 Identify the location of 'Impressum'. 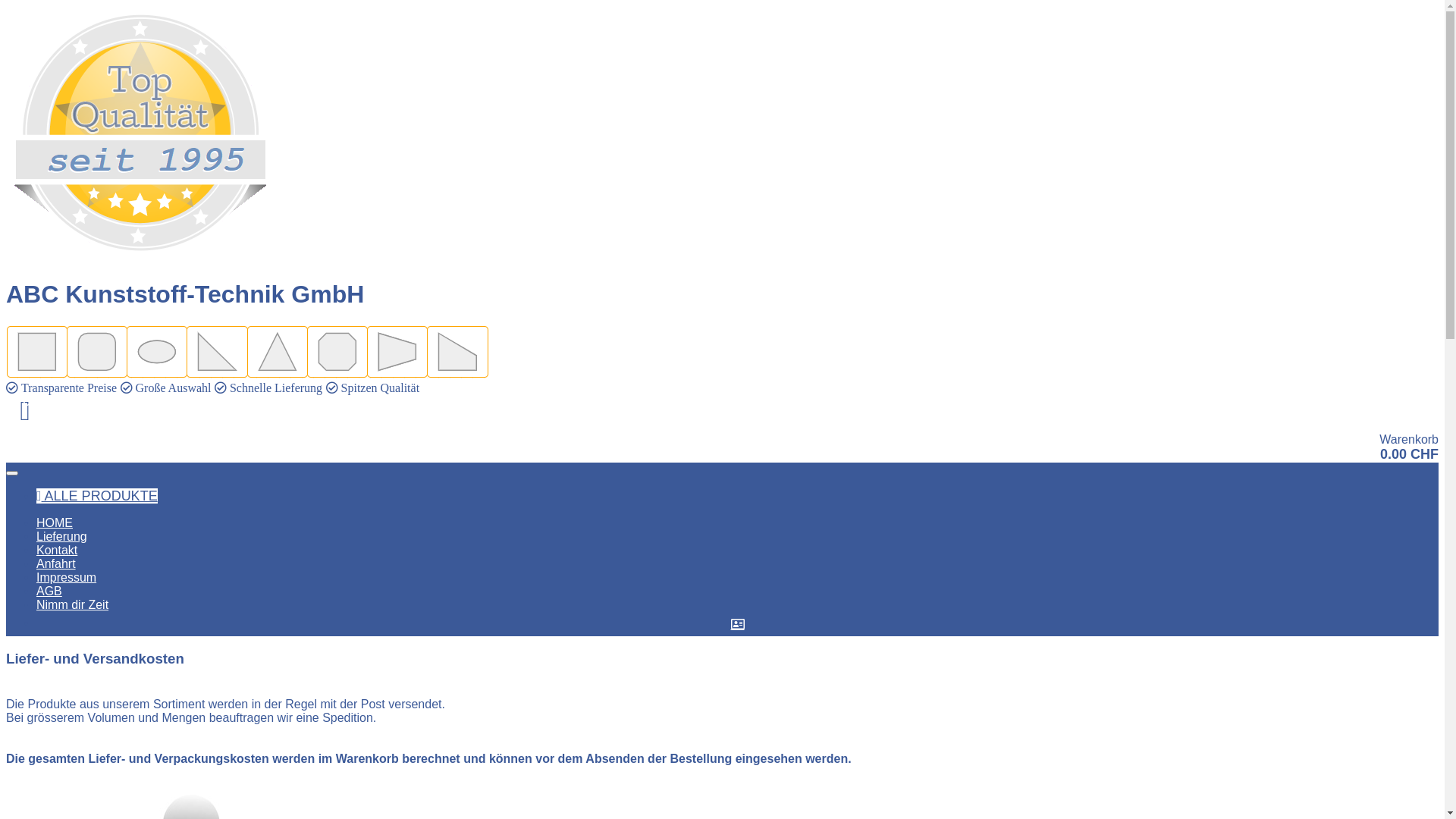
(65, 577).